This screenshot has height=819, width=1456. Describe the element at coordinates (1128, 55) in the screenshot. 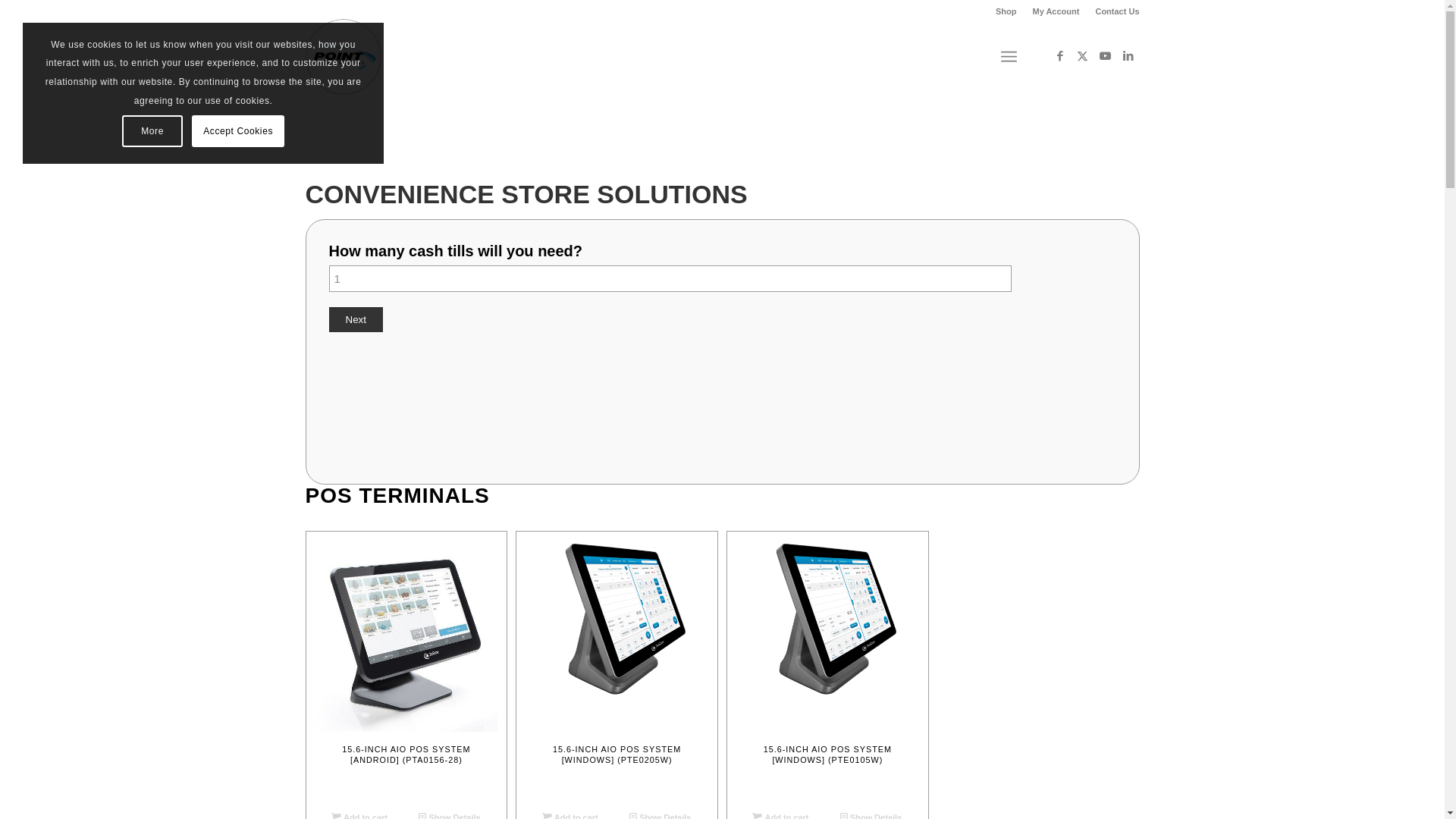

I see `'LinkedIn'` at that location.